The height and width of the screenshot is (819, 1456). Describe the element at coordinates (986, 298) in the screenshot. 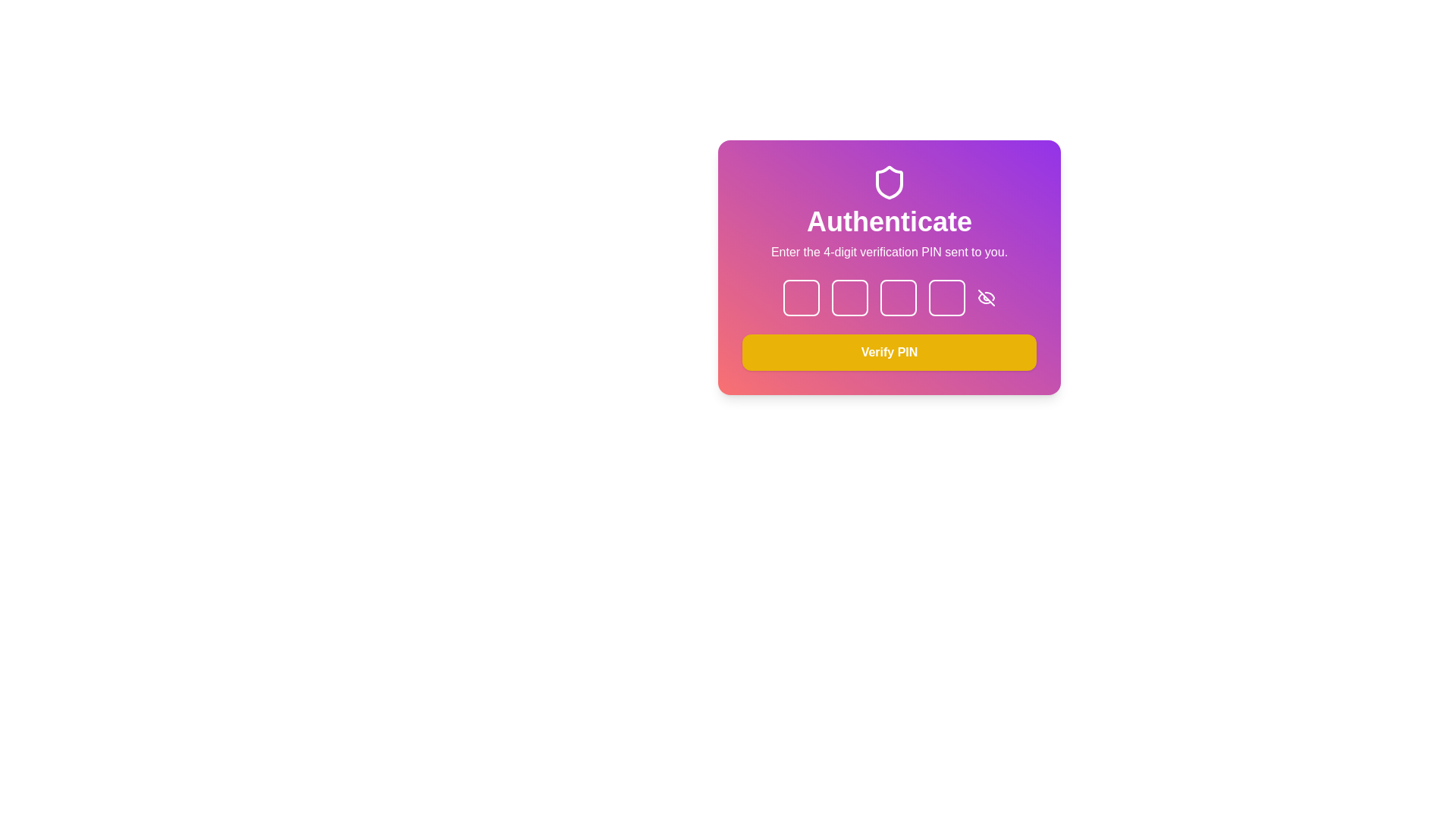

I see `the eye icon with a diagonal line crossing through it, located to the right of the last box in the PIN input section` at that location.